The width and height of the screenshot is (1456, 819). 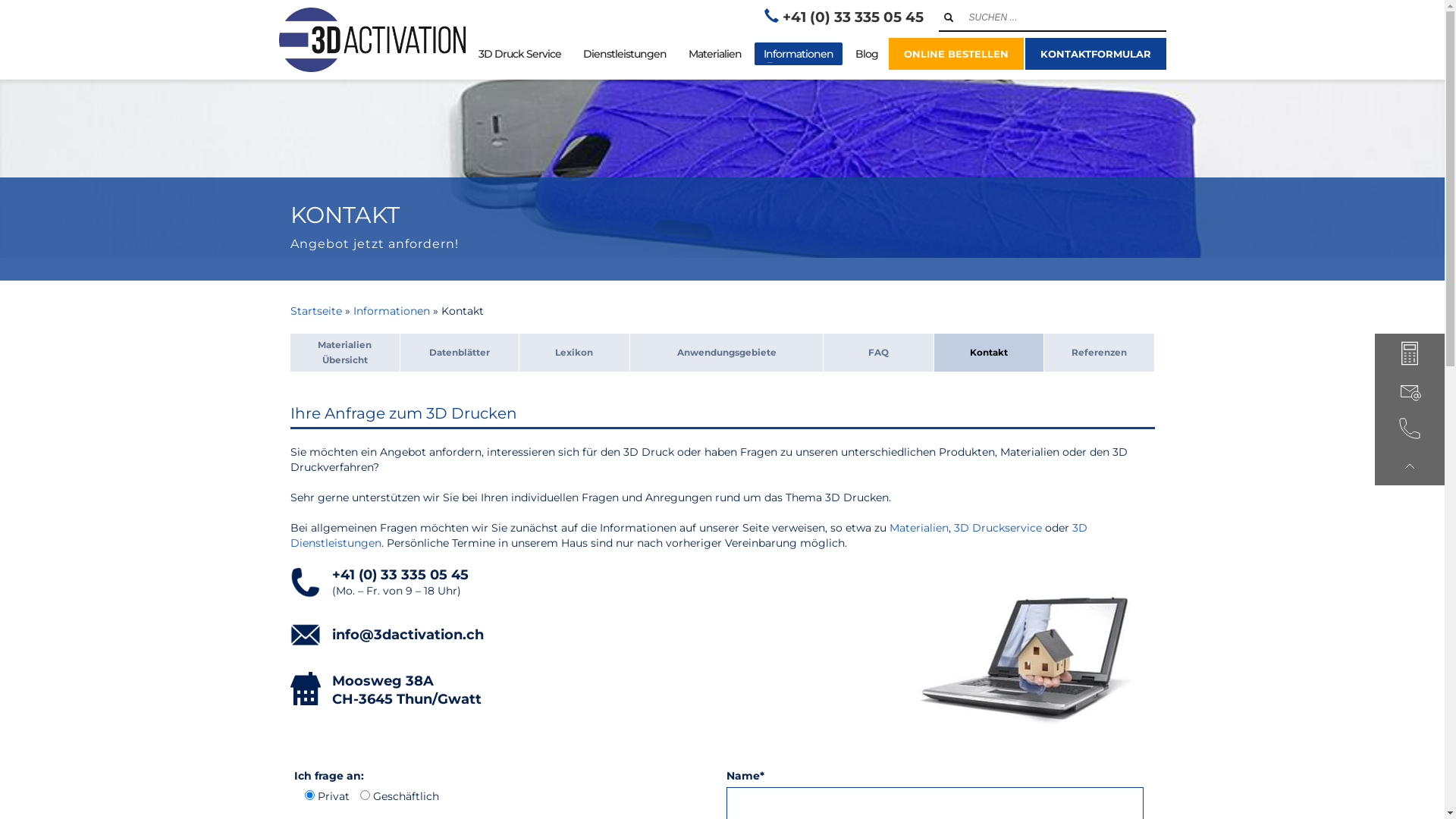 I want to click on '+41 (0) 33 335 05 45', so click(x=783, y=17).